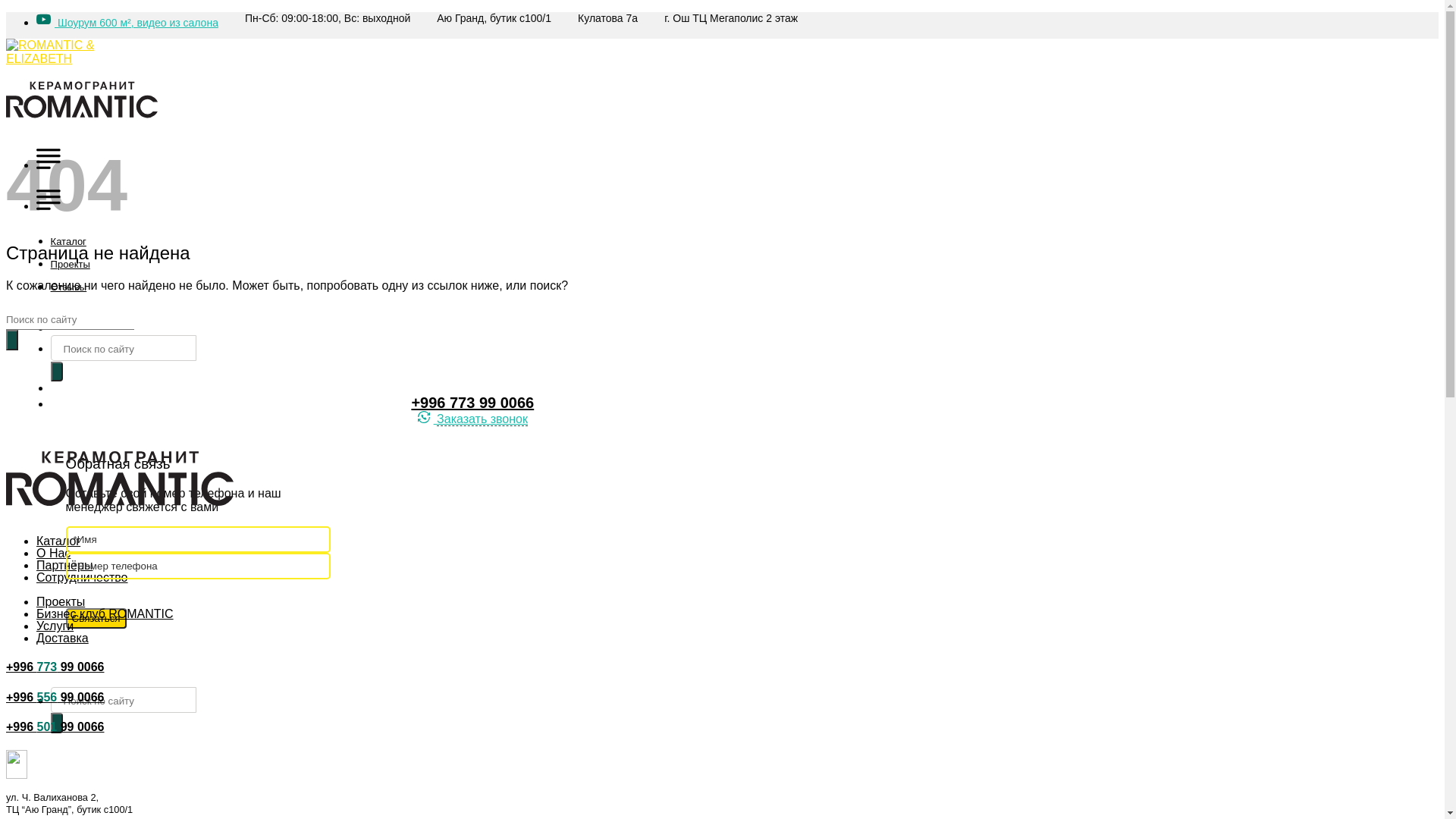 Image resolution: width=1456 pixels, height=819 pixels. I want to click on '+996 501 99 0066', so click(55, 726).